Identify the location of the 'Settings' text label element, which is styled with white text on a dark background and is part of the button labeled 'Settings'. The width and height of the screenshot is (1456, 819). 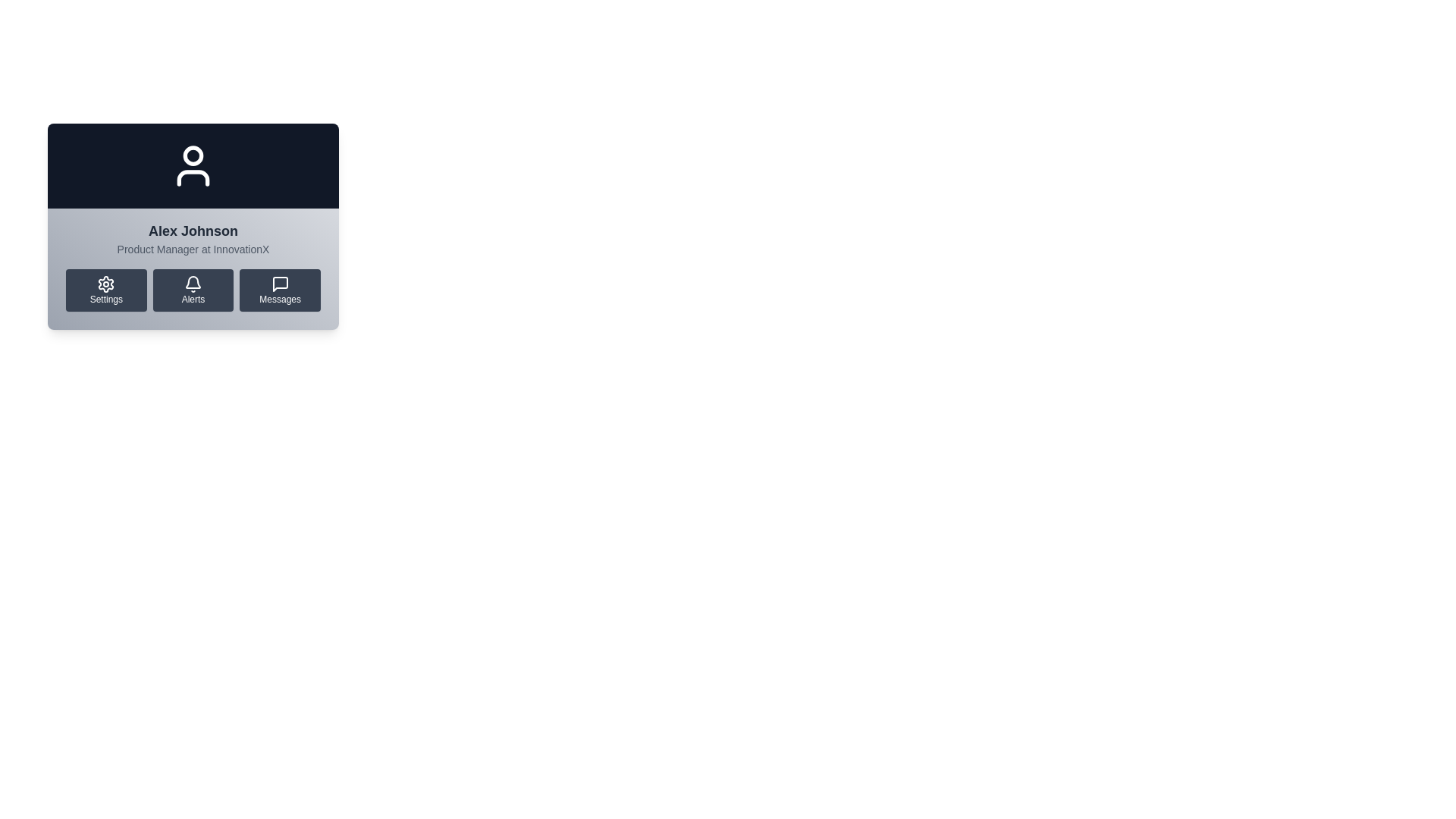
(105, 299).